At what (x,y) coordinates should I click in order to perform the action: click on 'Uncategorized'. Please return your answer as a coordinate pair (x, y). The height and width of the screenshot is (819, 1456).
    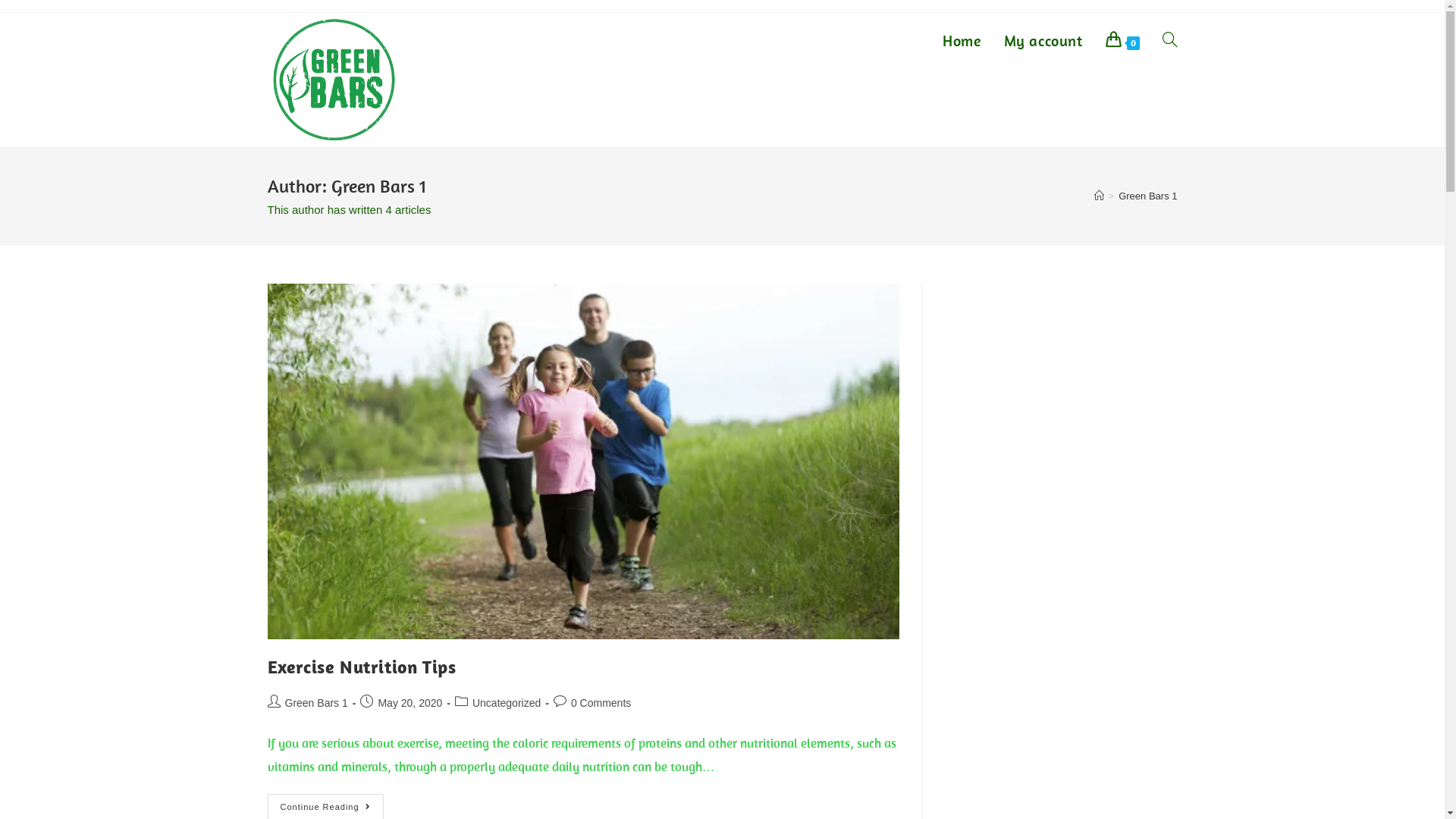
    Looking at the image, I should click on (506, 702).